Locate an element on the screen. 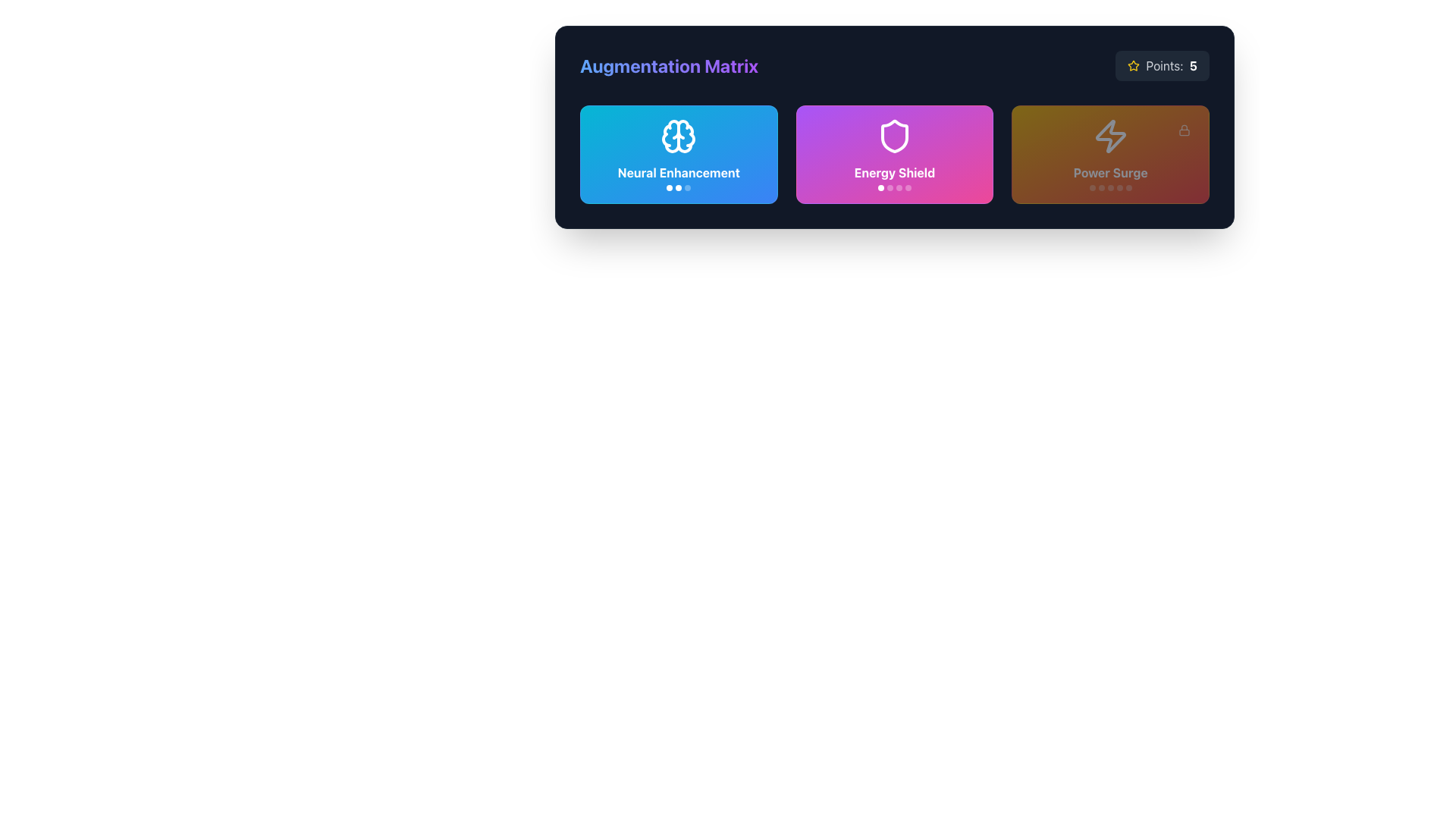 The image size is (1456, 819). the yellow star outline icon located near the text 'Points: 5' in the top-right corner of the UI section with a dark background is located at coordinates (1134, 65).